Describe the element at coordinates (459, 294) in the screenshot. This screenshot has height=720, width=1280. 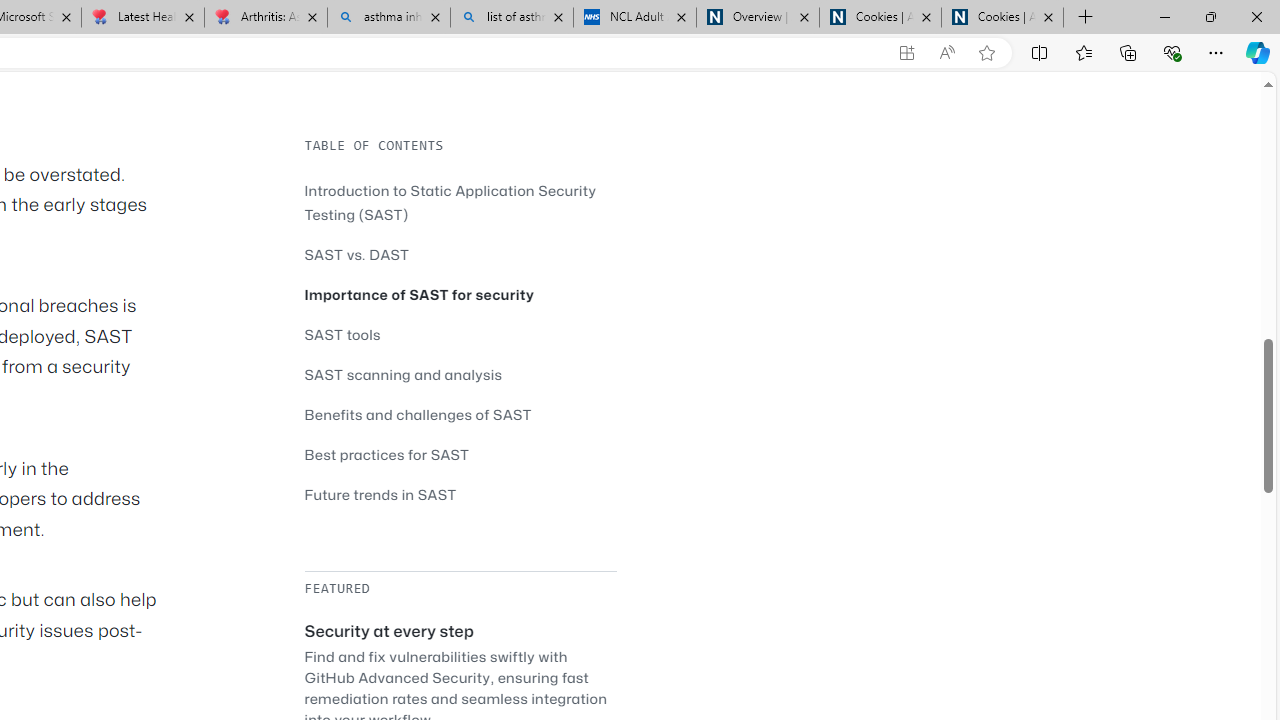
I see `'Importance of SAST for security'` at that location.